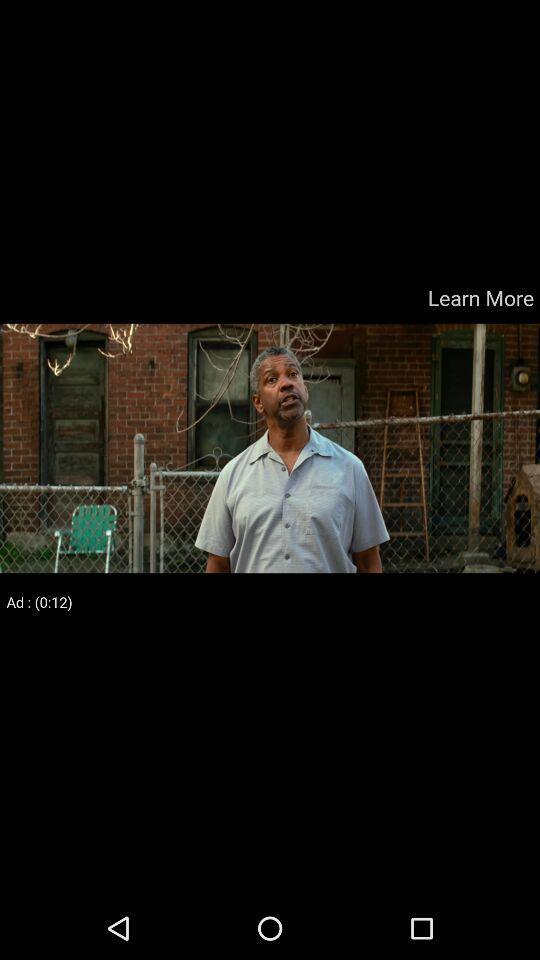  Describe the element at coordinates (270, 448) in the screenshot. I see `colour pinter` at that location.